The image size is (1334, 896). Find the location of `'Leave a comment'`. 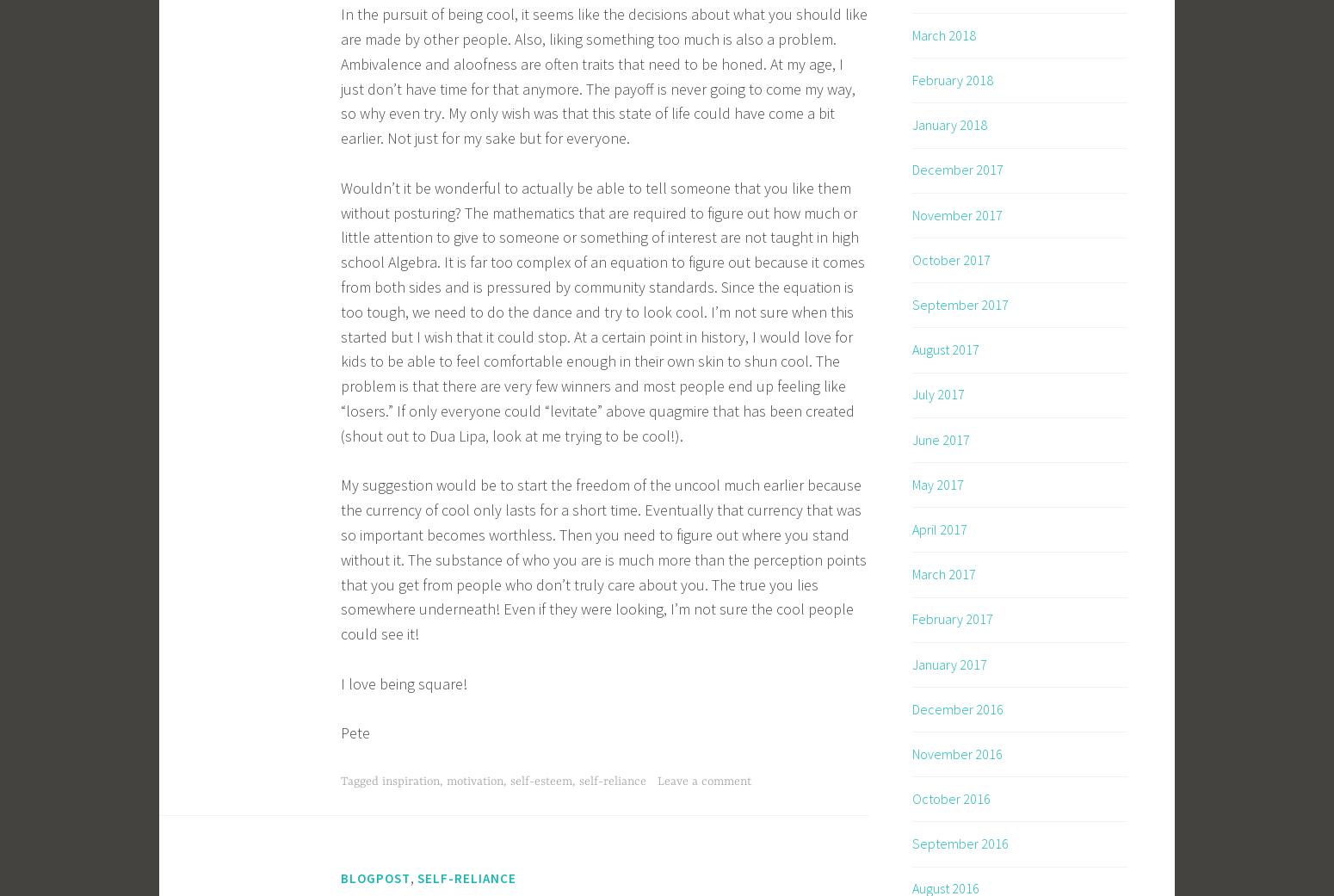

'Leave a comment' is located at coordinates (702, 780).